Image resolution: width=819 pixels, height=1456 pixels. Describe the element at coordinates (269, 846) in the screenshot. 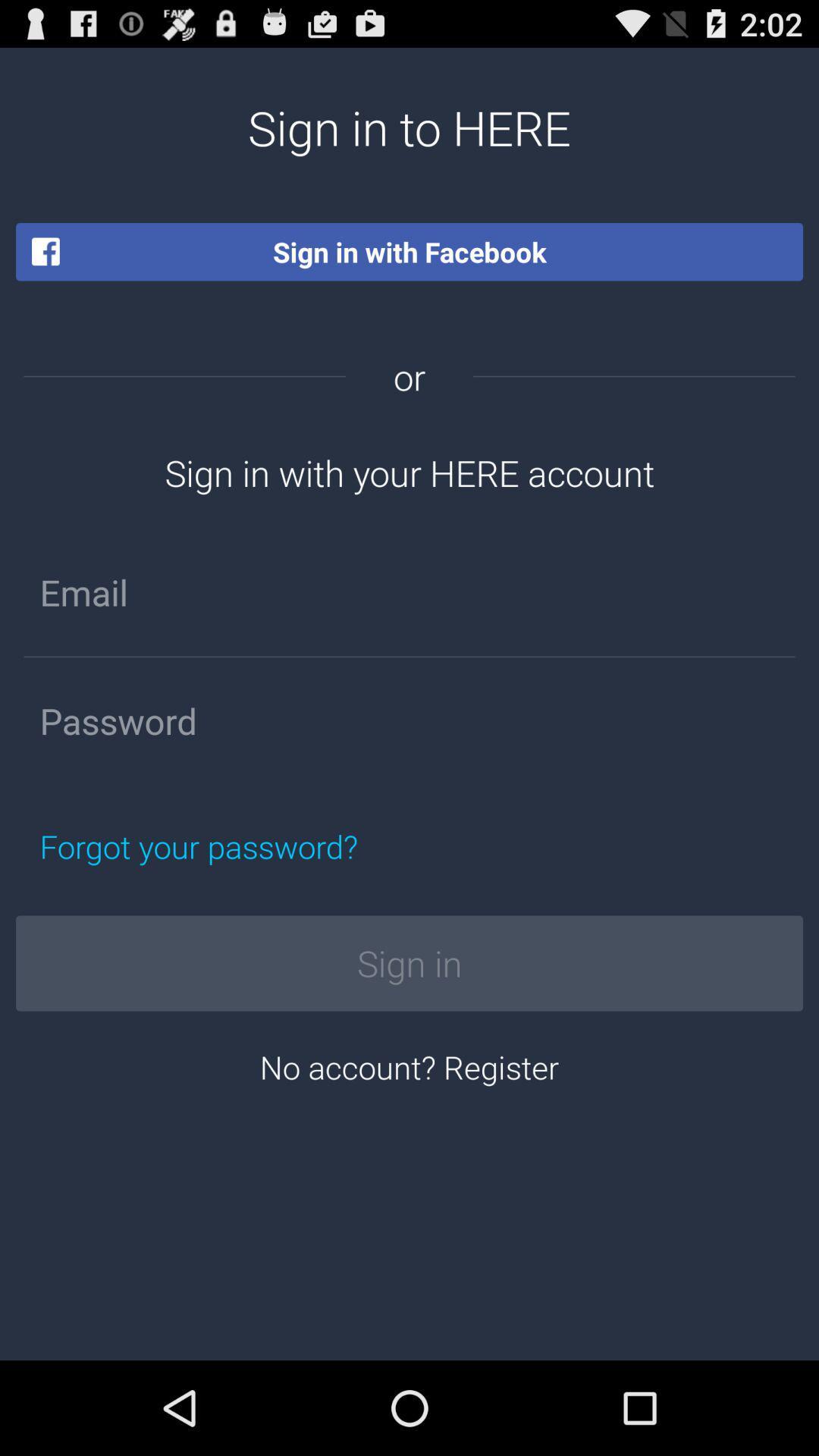

I see `forgot your password? item` at that location.